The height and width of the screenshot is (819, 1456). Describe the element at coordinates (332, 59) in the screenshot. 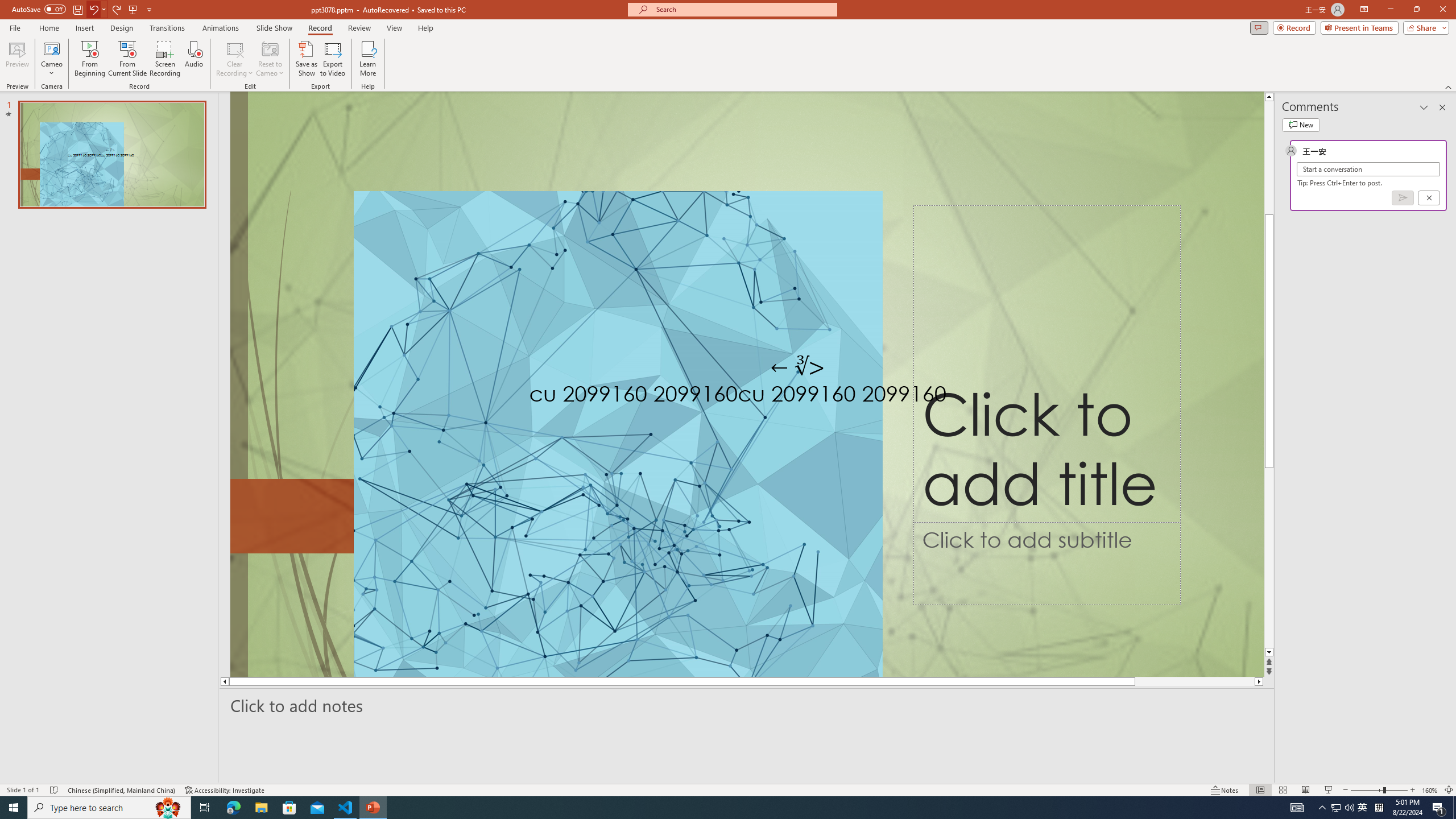

I see `'Export to Video'` at that location.